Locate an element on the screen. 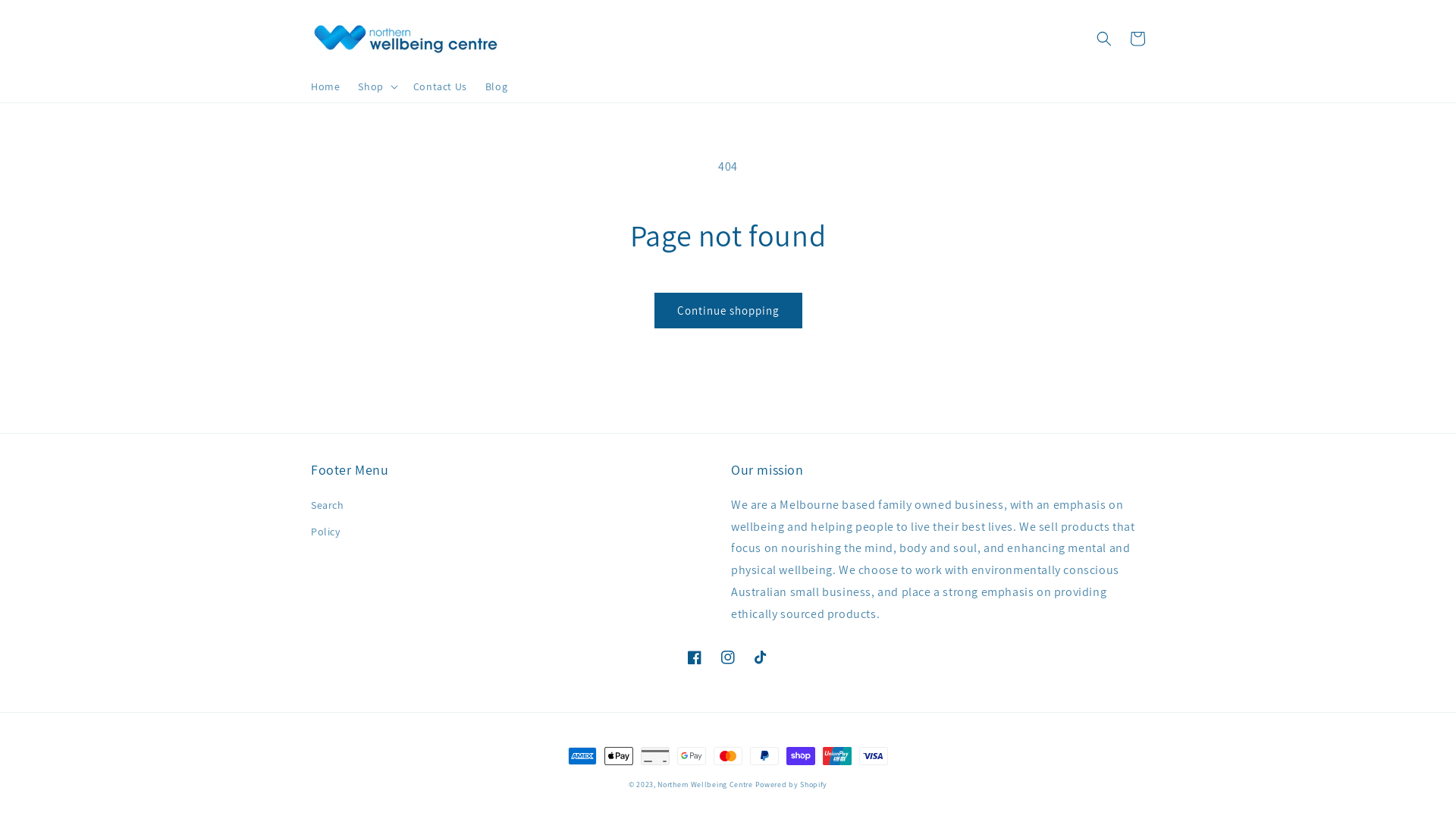  'Facebook' is located at coordinates (694, 657).